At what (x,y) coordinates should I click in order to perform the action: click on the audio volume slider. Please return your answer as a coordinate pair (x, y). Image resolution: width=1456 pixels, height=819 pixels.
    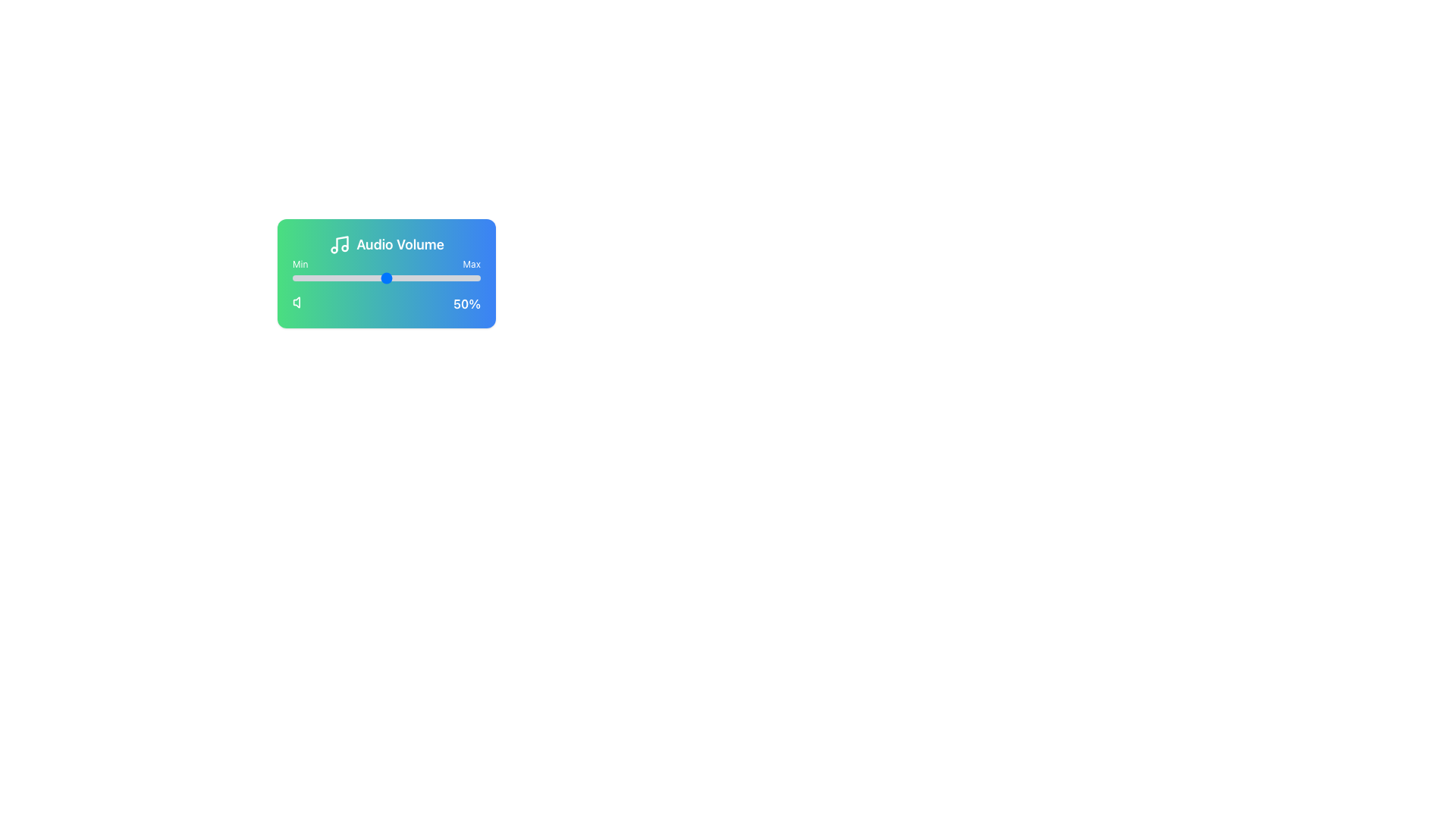
    Looking at the image, I should click on (459, 278).